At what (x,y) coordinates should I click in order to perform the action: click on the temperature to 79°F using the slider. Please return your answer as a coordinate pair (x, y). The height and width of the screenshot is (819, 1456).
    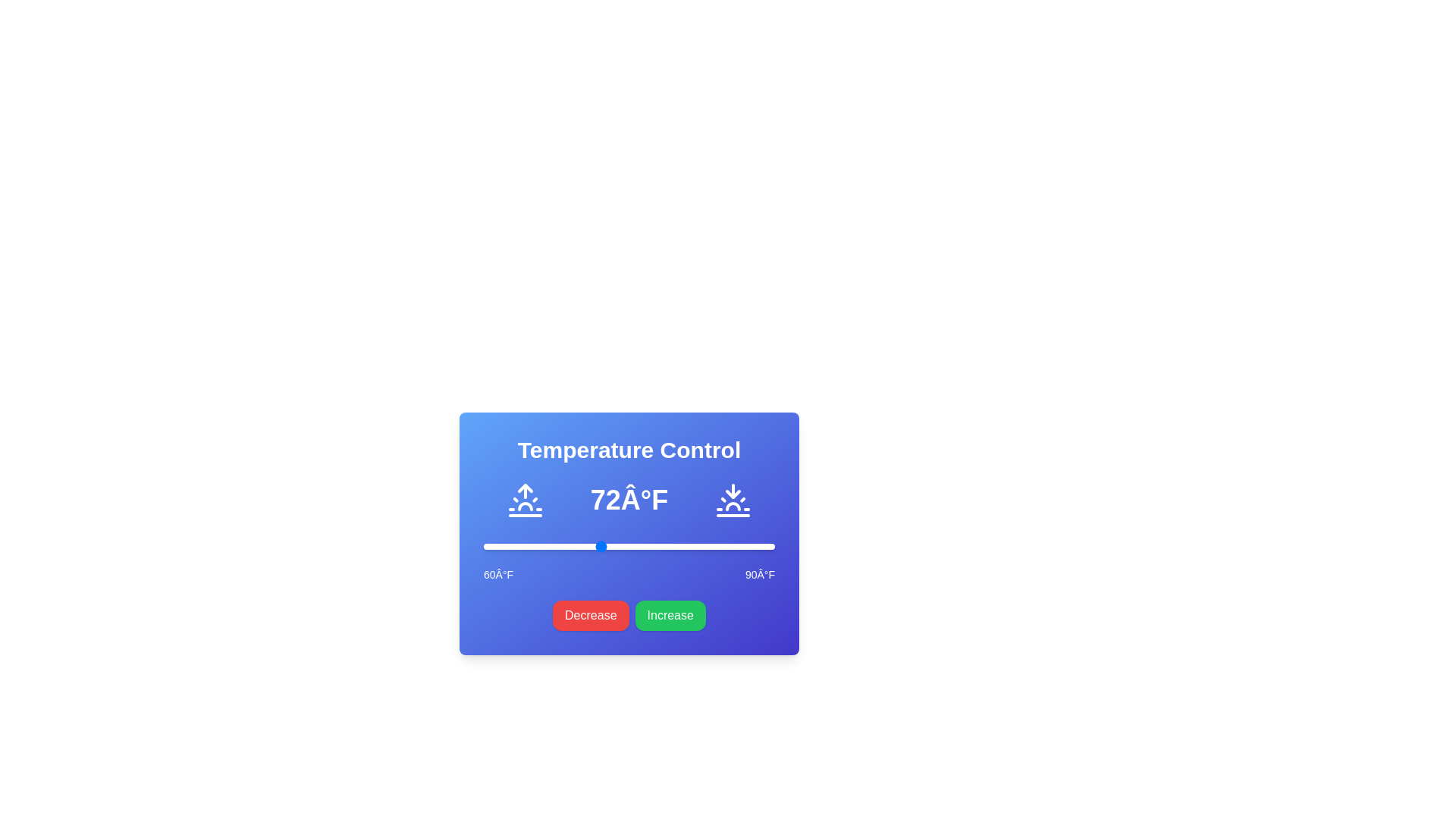
    Looking at the image, I should click on (667, 547).